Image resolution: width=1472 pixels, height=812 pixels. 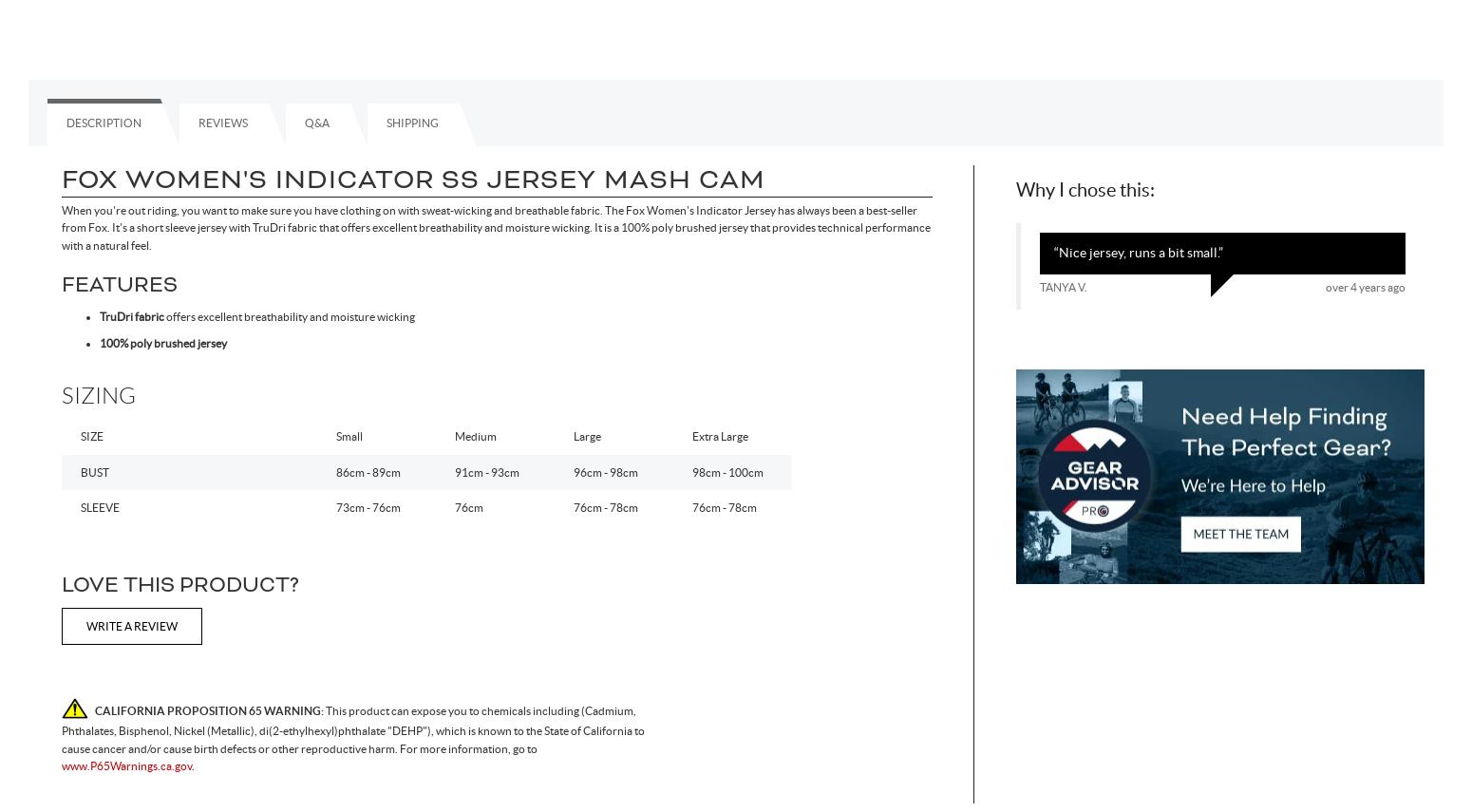 What do you see at coordinates (348, 435) in the screenshot?
I see `'Small'` at bounding box center [348, 435].